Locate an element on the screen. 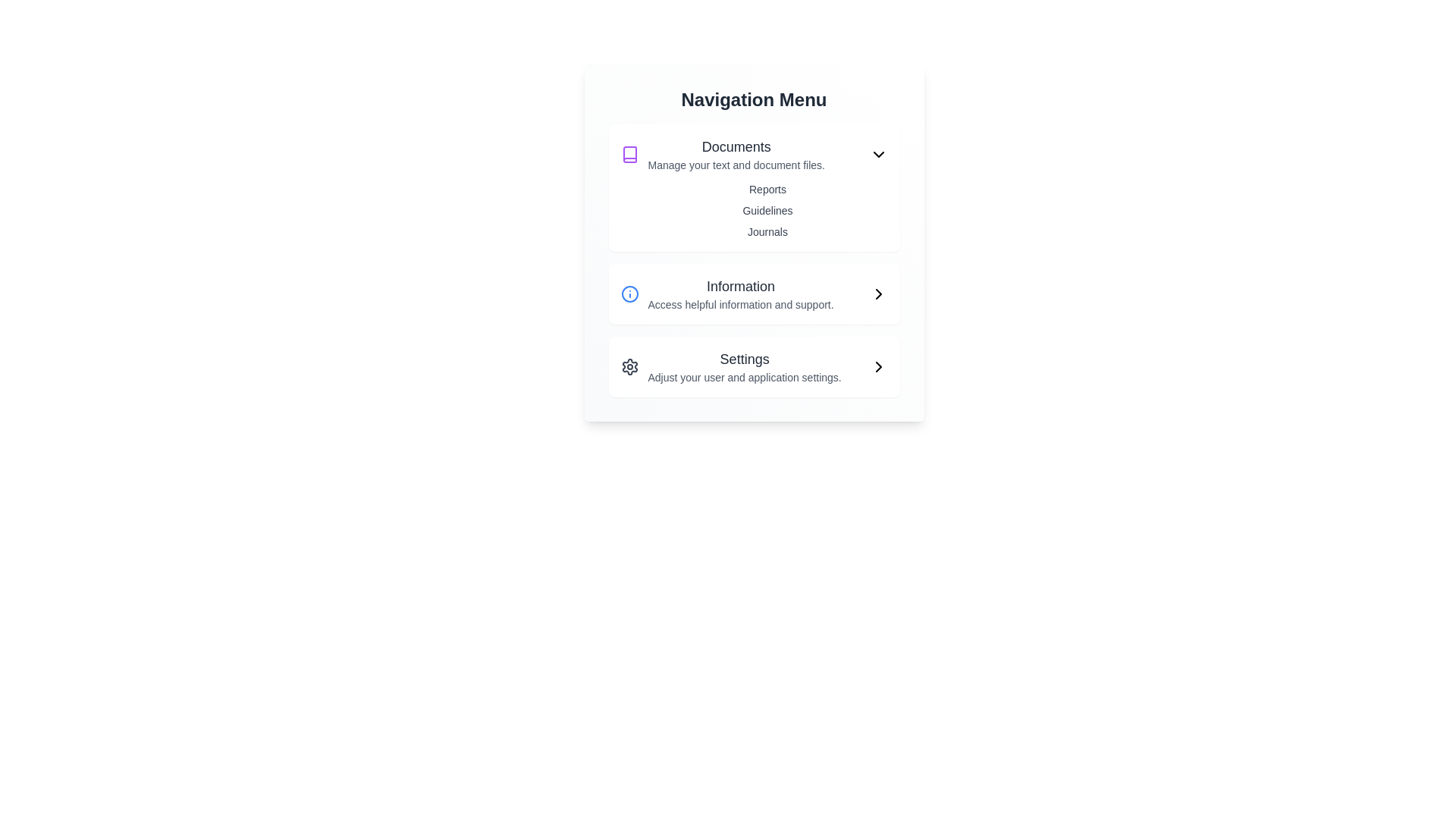  the 'Documents' icon, which is the first component inside the 'DocumentsManage your text and document files.' group, located to the left of the 'Documents' title in the navigation submenu is located at coordinates (629, 155).